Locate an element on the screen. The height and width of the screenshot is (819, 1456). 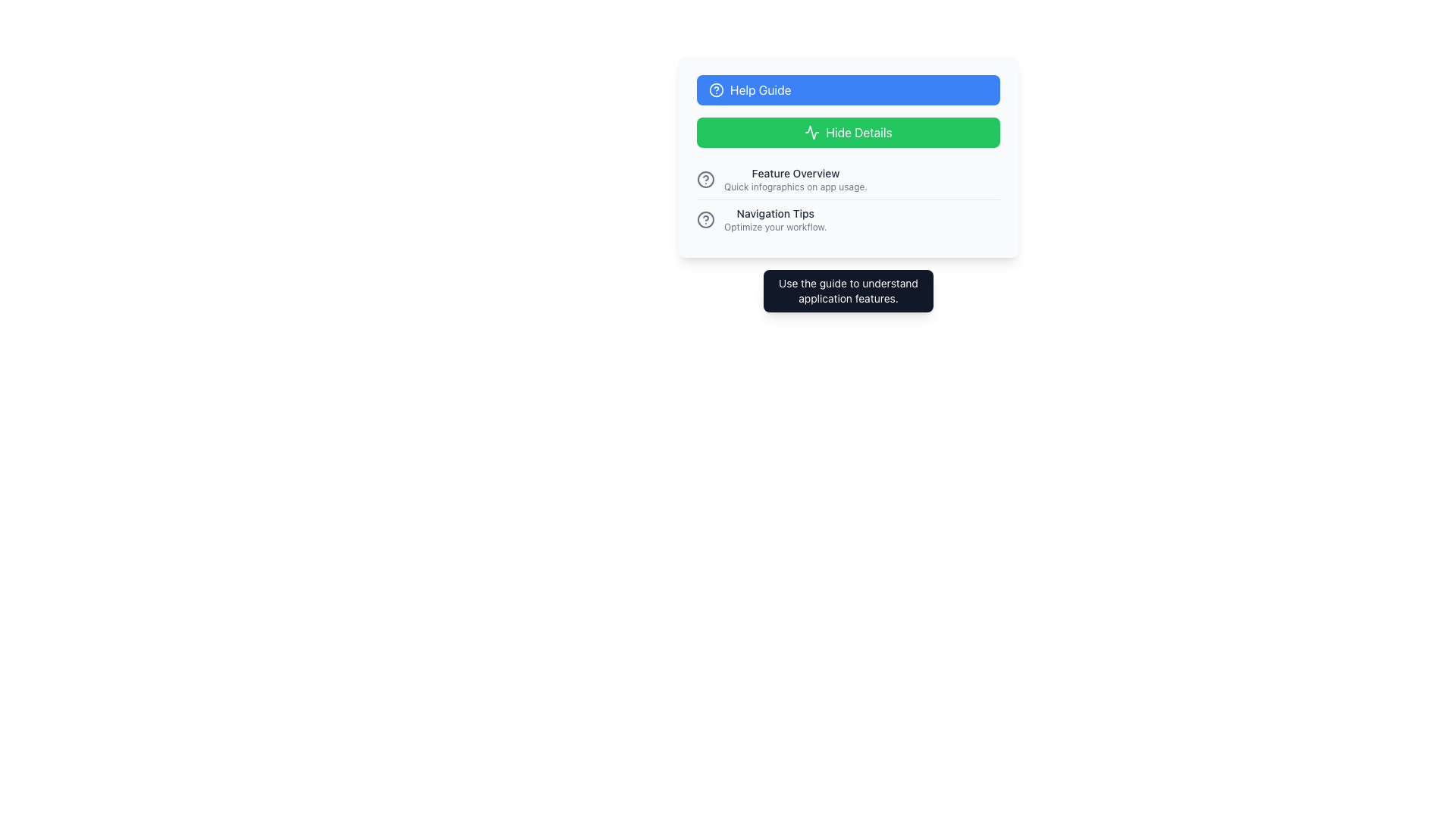
the text label located in the second list item of the vertically oriented menu, positioned below 'Feature Overview' and above 'Optimize your workflow', with a circular icon on its left is located at coordinates (775, 213).